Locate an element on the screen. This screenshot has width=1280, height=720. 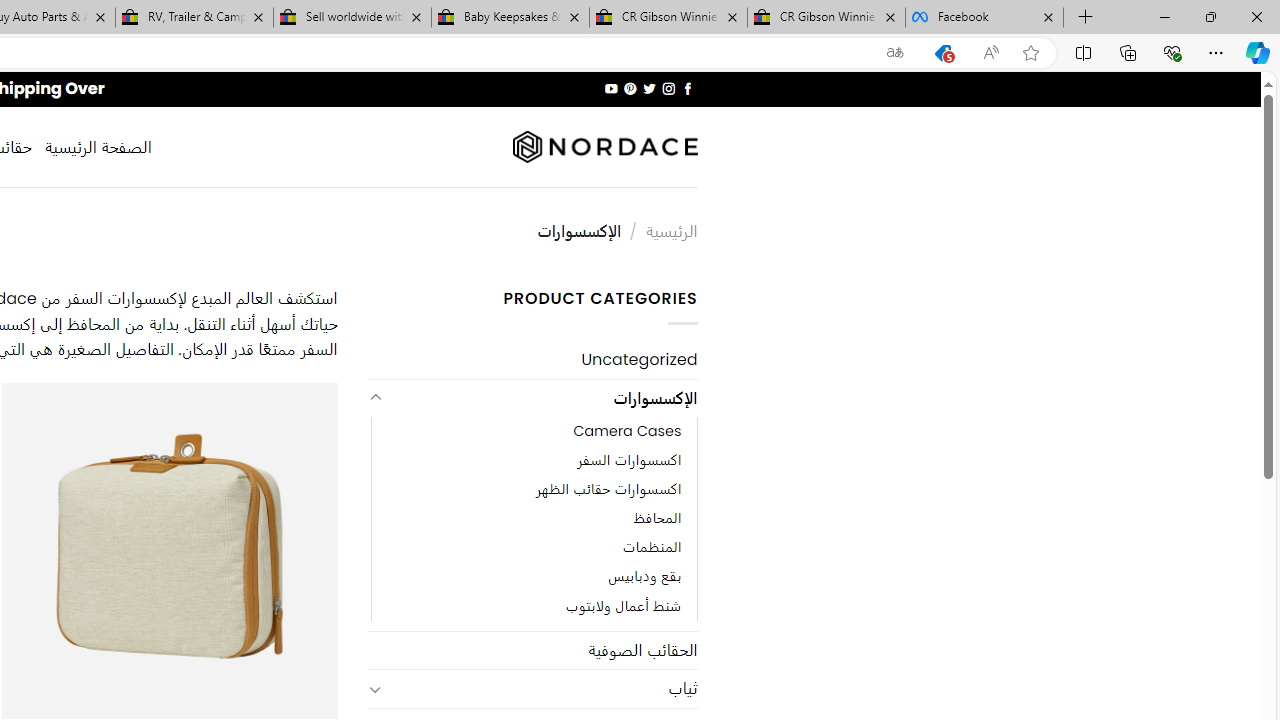
'Minimize' is located at coordinates (1164, 16).